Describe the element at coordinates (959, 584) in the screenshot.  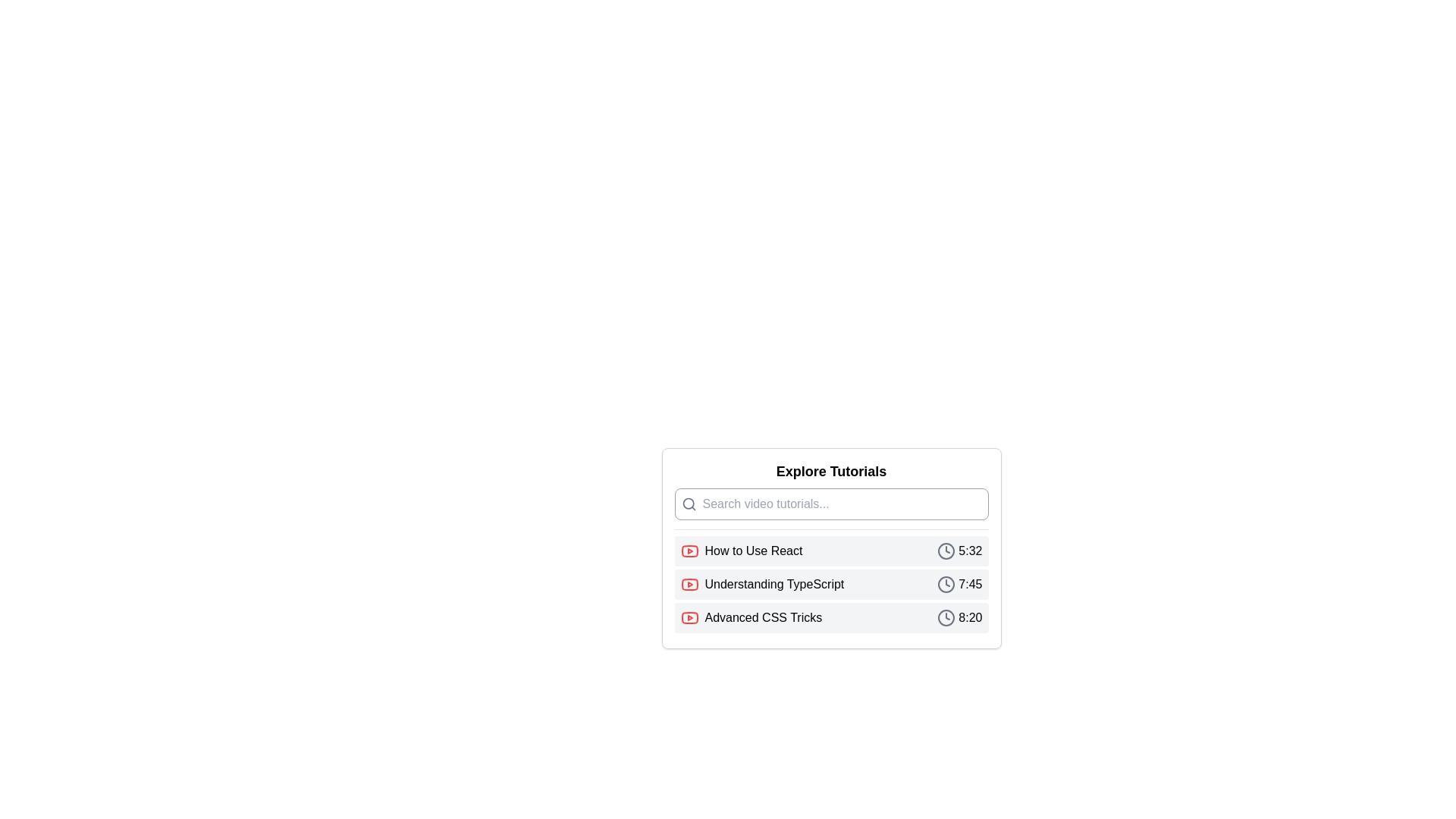
I see `the Text with icon displaying the duration of the associated video tutorial, located to the right of a clock icon and aligned with the text 'Understanding TypeScript'` at that location.